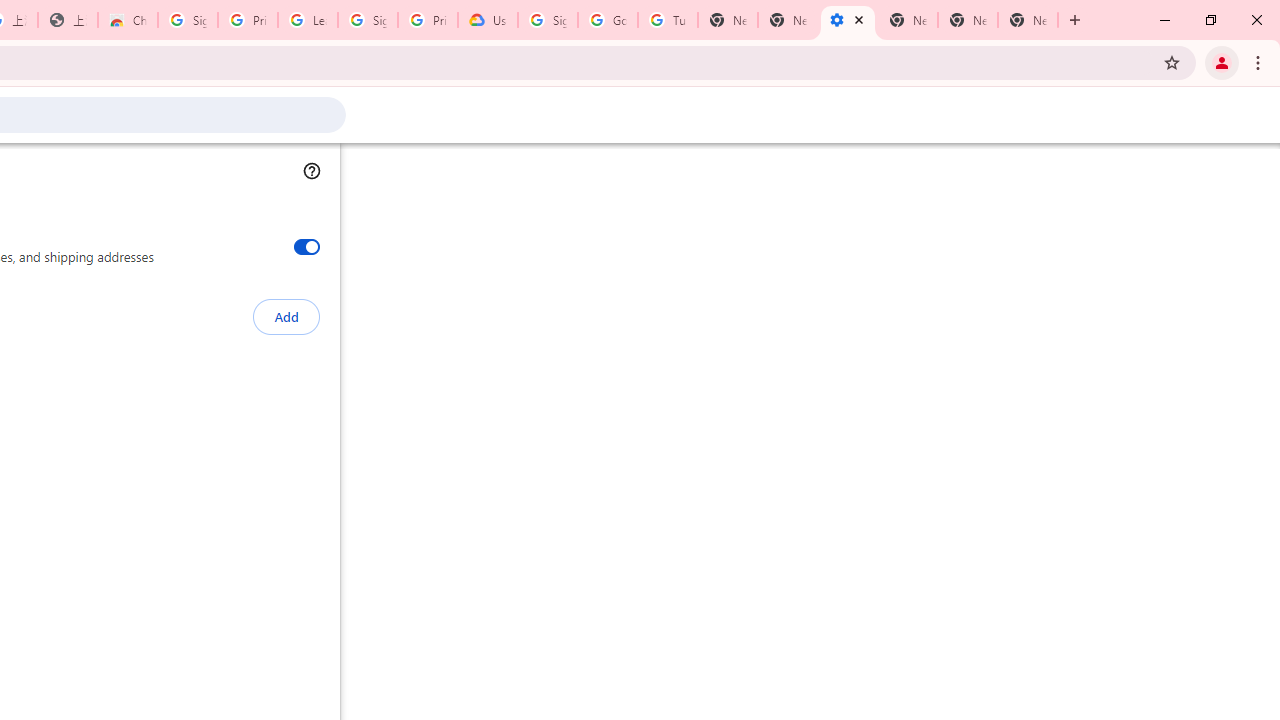 The height and width of the screenshot is (720, 1280). Describe the element at coordinates (1028, 20) in the screenshot. I see `'New Tab'` at that location.